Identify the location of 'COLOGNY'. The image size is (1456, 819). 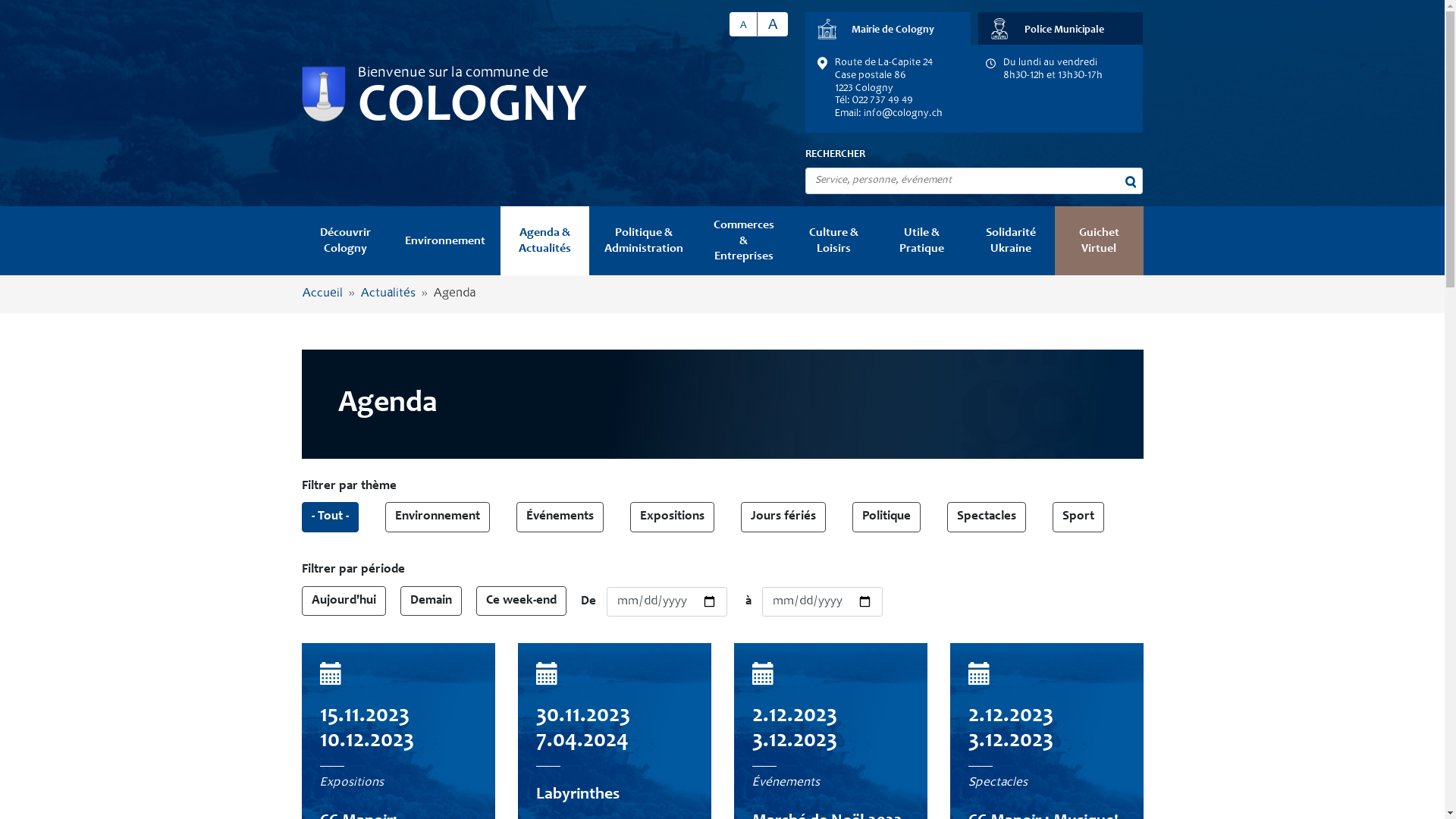
(472, 107).